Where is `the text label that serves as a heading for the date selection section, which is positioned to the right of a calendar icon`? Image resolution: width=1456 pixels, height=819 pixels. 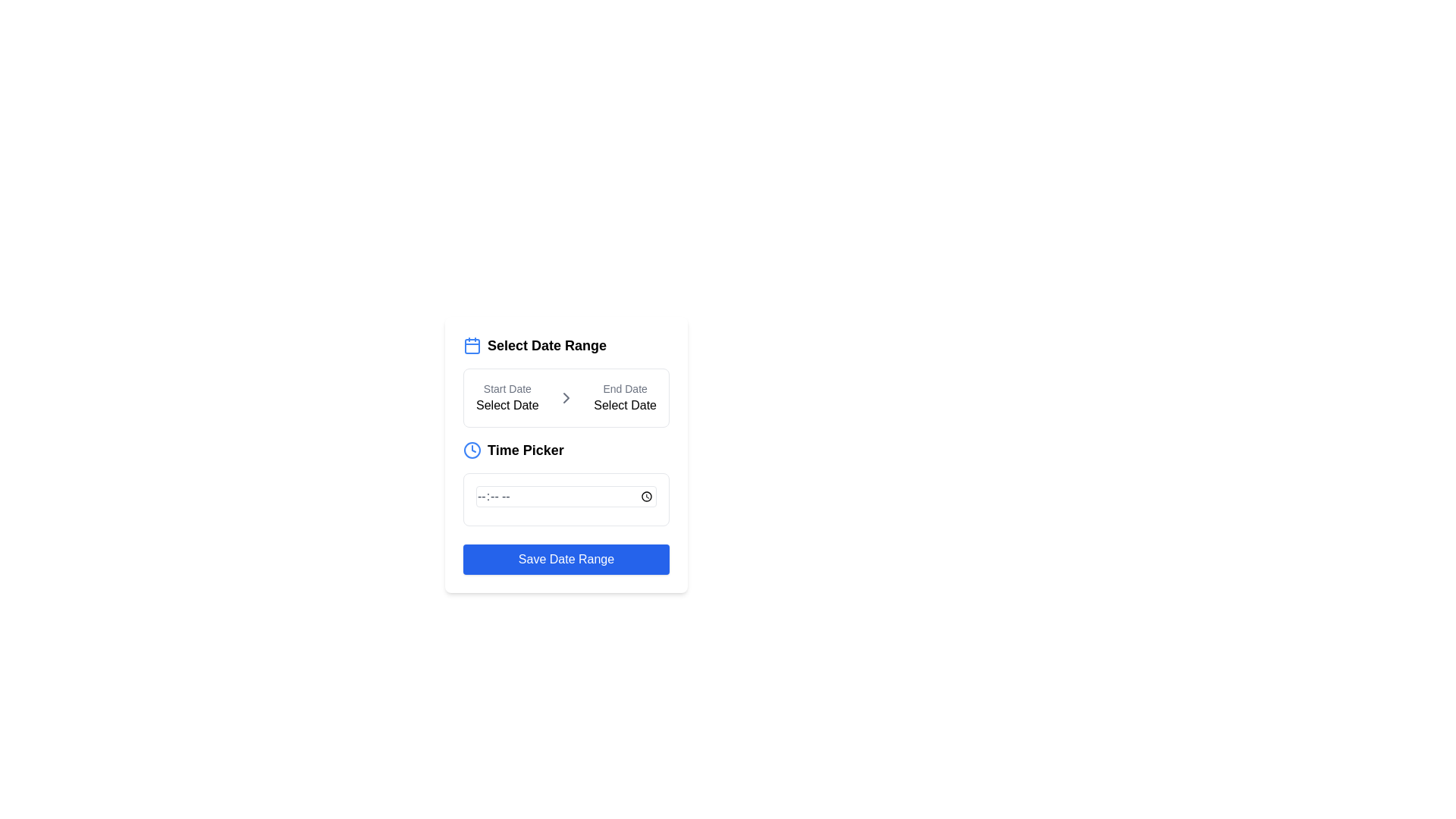 the text label that serves as a heading for the date selection section, which is positioned to the right of a calendar icon is located at coordinates (546, 345).